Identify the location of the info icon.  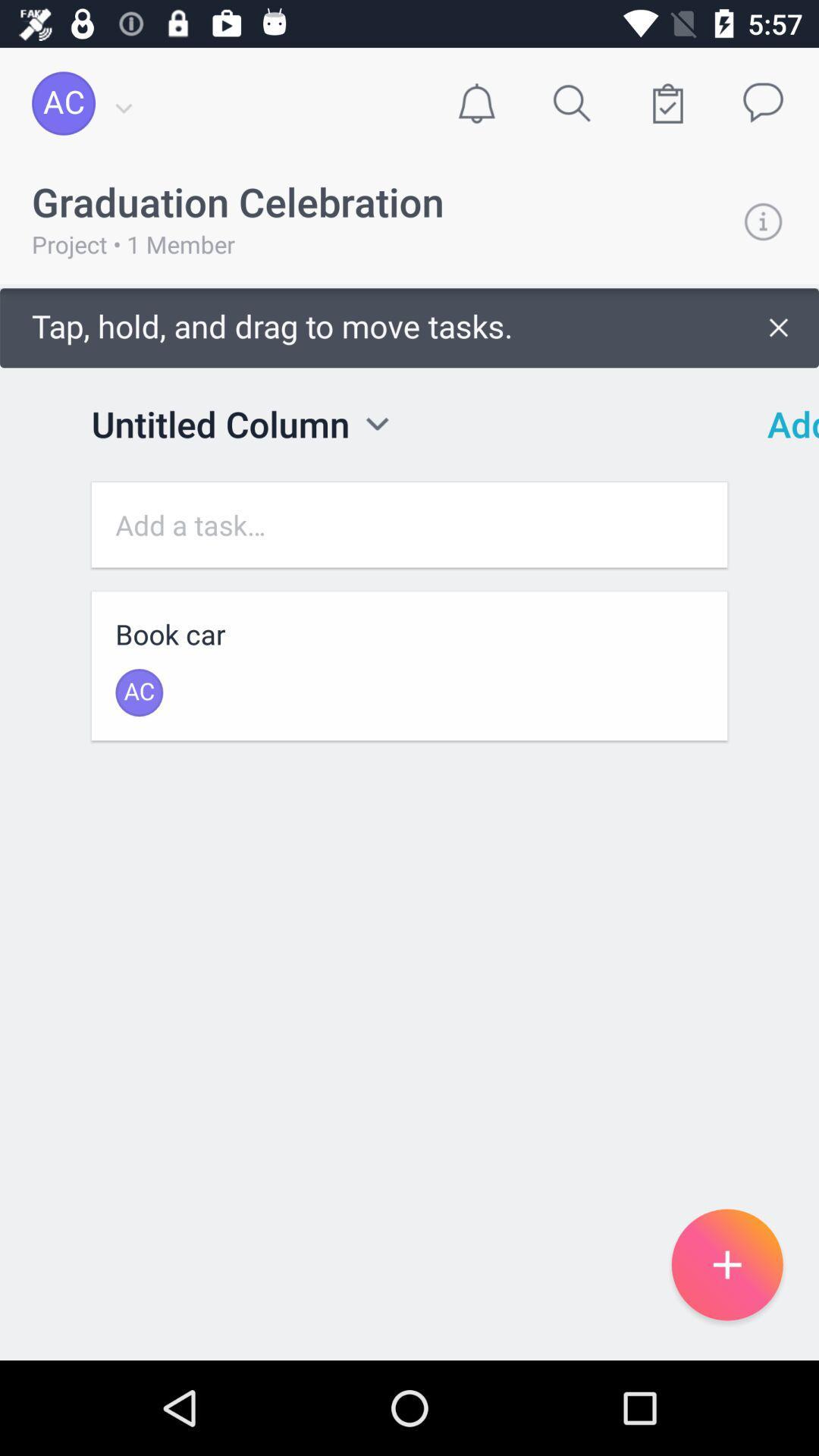
(763, 221).